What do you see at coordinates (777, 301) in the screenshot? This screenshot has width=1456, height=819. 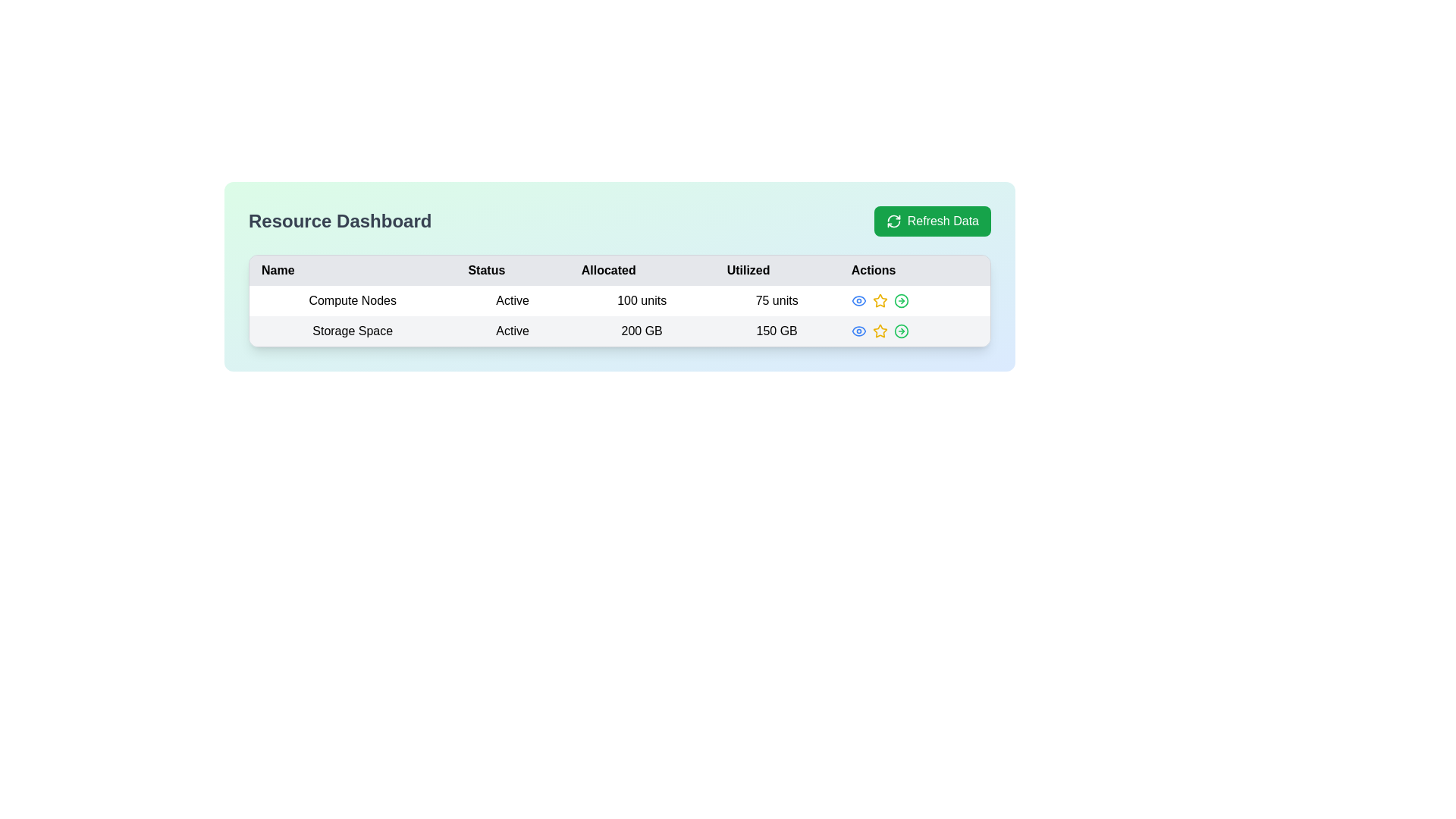 I see `the non-interactive text label displaying the utilized resources for the 'Compute Nodes' entry in the table` at bounding box center [777, 301].